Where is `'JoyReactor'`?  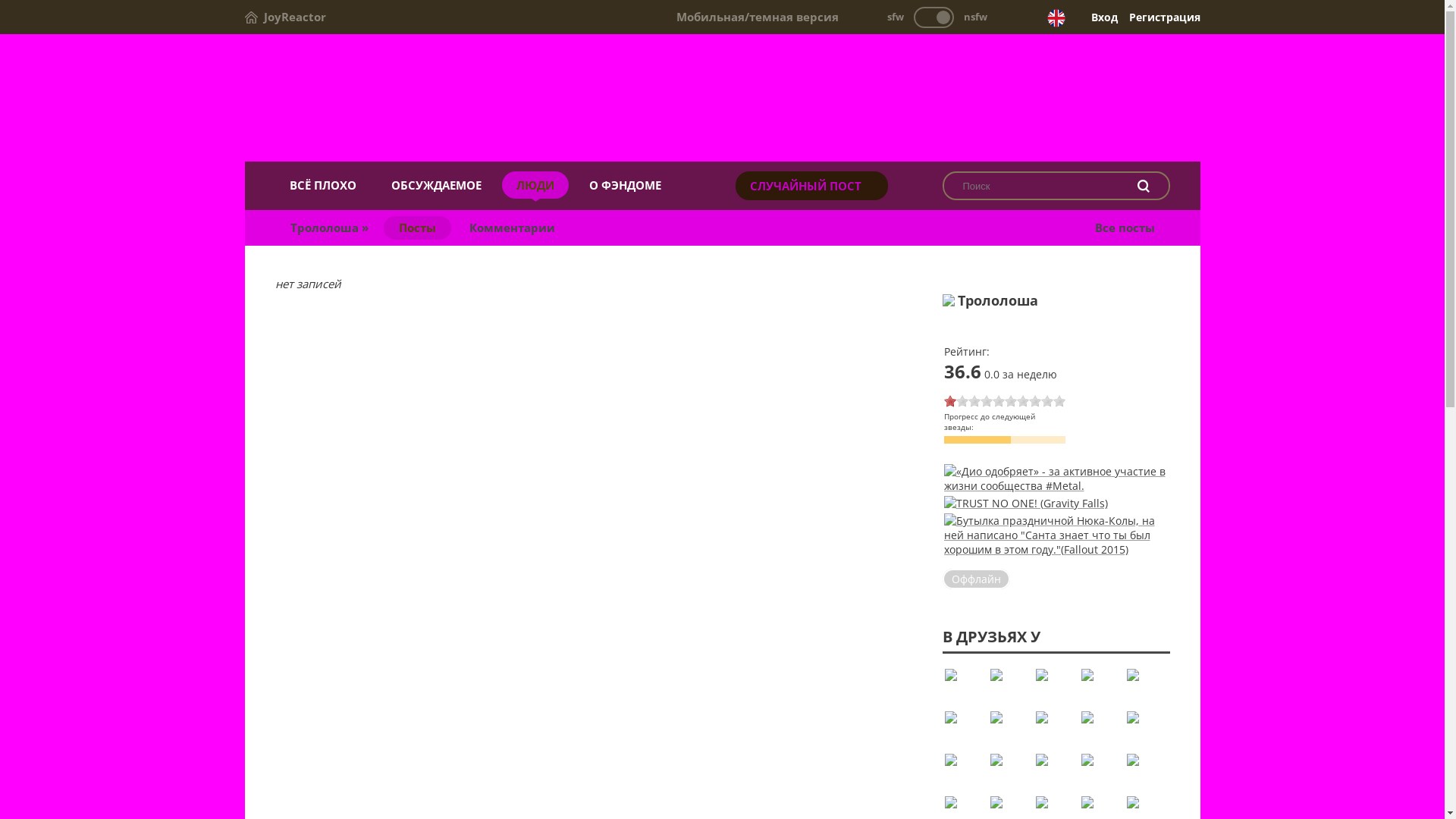
'JoyReactor' is located at coordinates (243, 17).